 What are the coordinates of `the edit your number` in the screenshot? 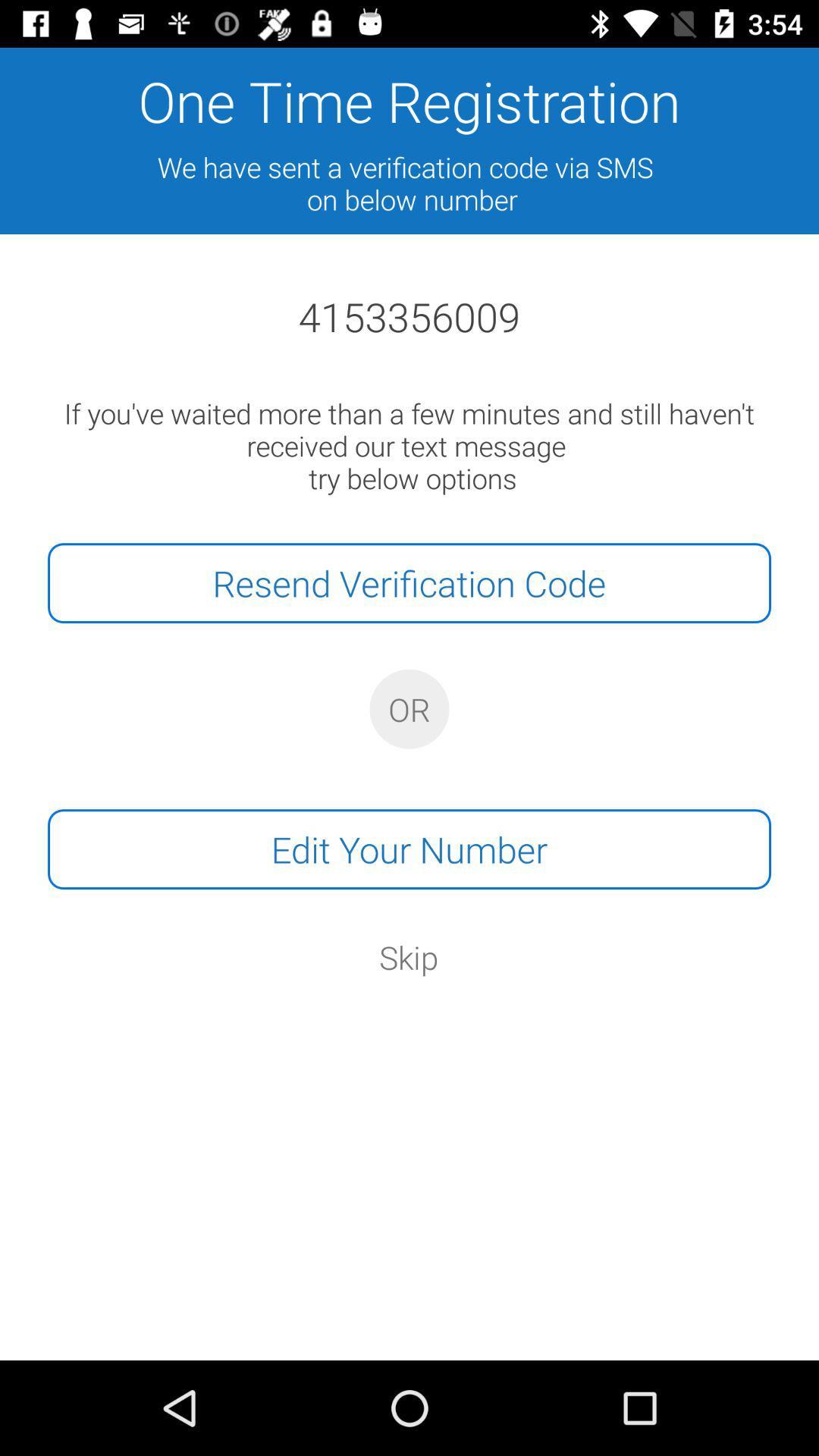 It's located at (409, 849).